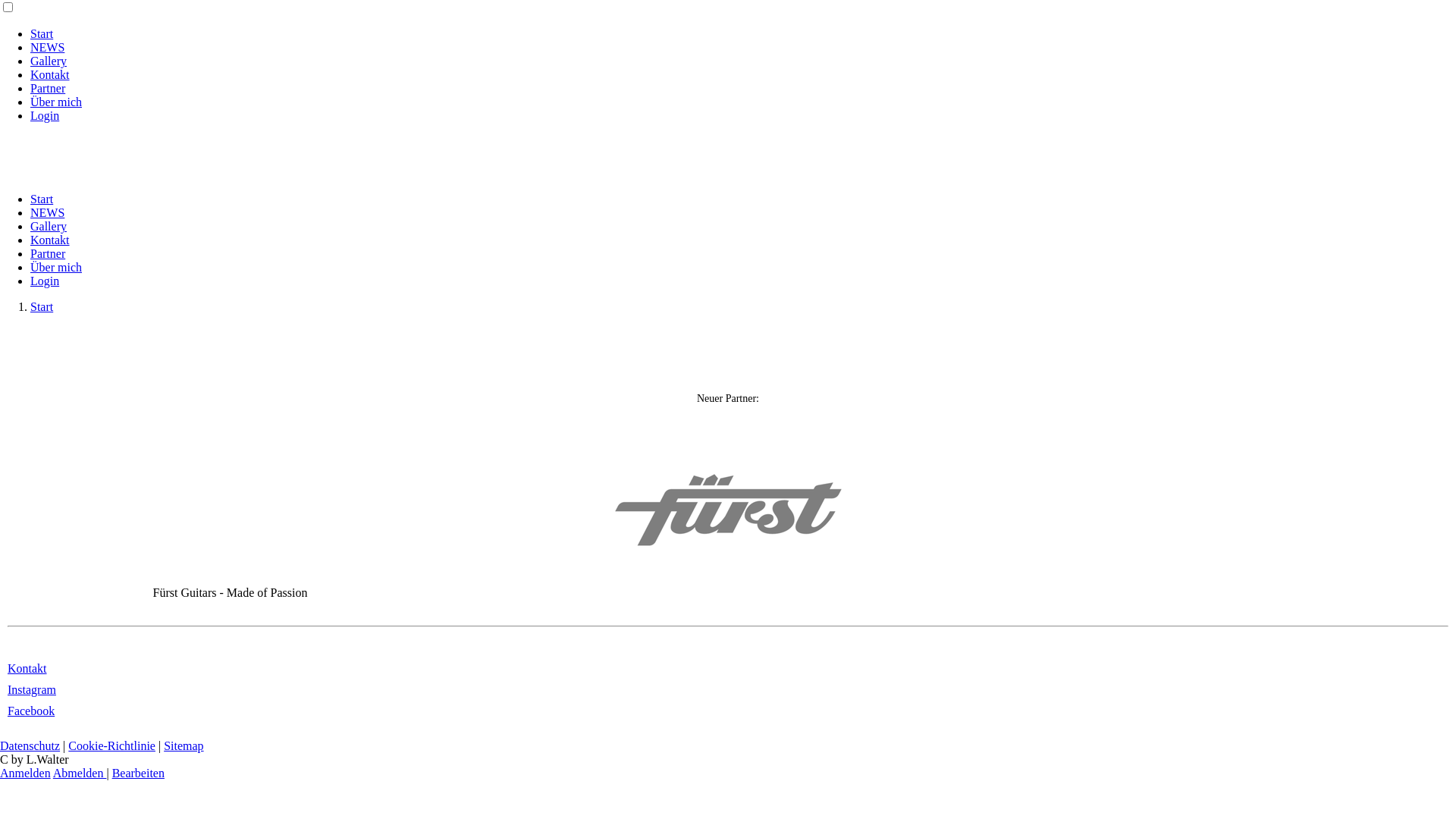 The image size is (1456, 819). I want to click on 'Login', so click(44, 281).